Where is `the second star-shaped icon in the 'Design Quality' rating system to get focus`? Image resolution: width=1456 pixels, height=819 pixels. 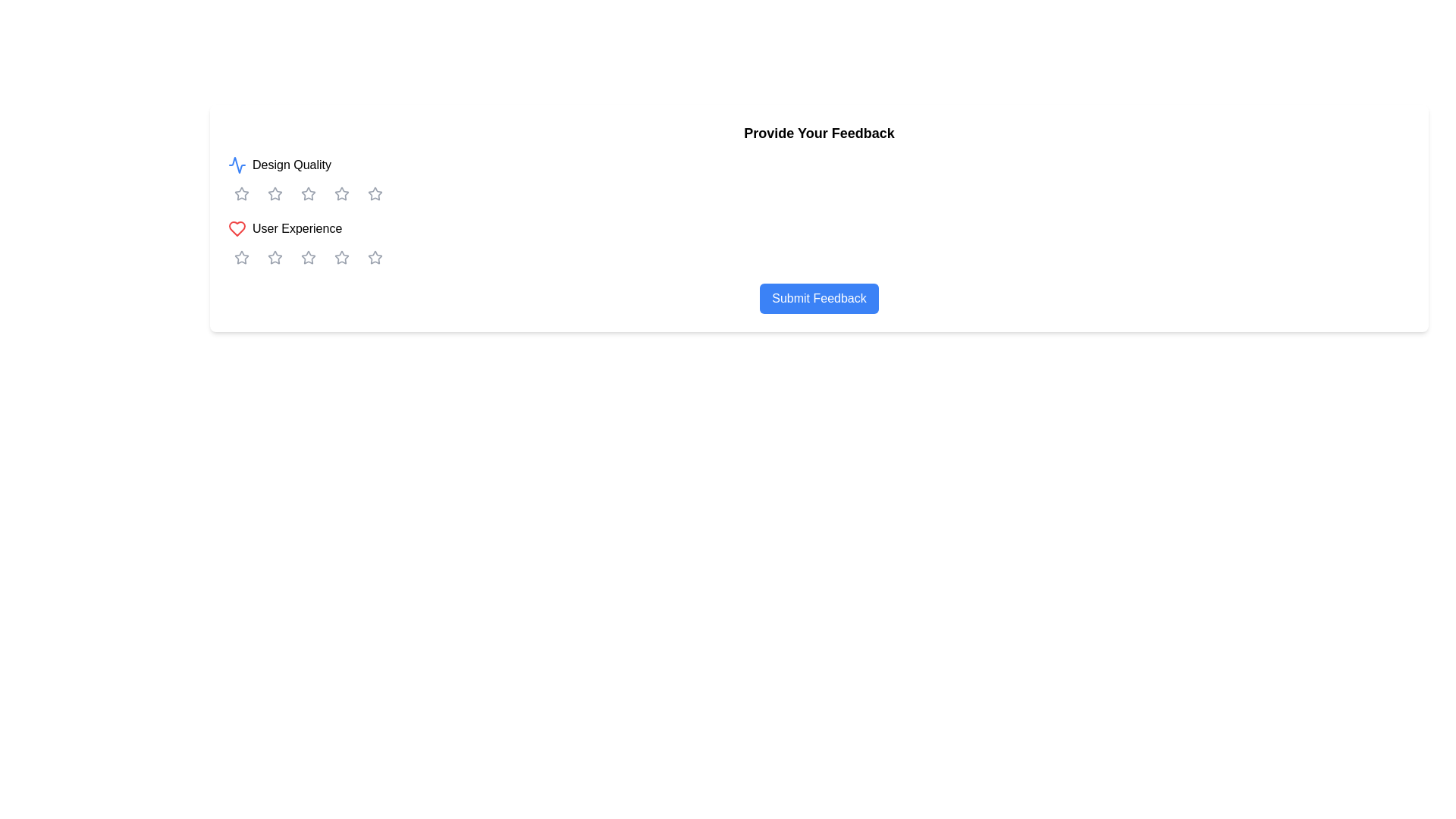 the second star-shaped icon in the 'Design Quality' rating system to get focus is located at coordinates (275, 193).